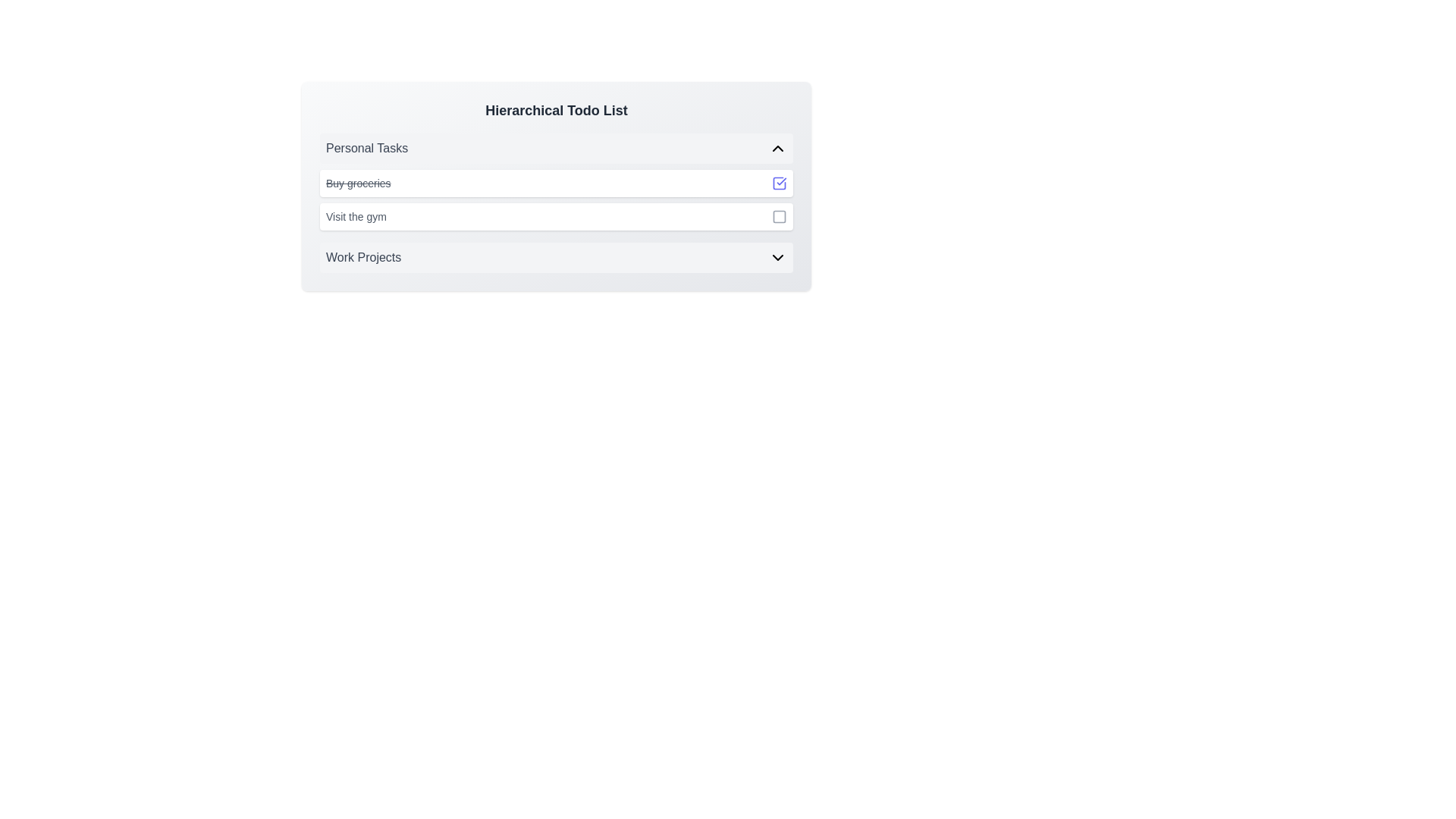 This screenshot has width=1456, height=819. I want to click on the checkbox with a checkmark in the 'Personal Tasks' section, located to the right of 'Buy groceries', so click(779, 183).